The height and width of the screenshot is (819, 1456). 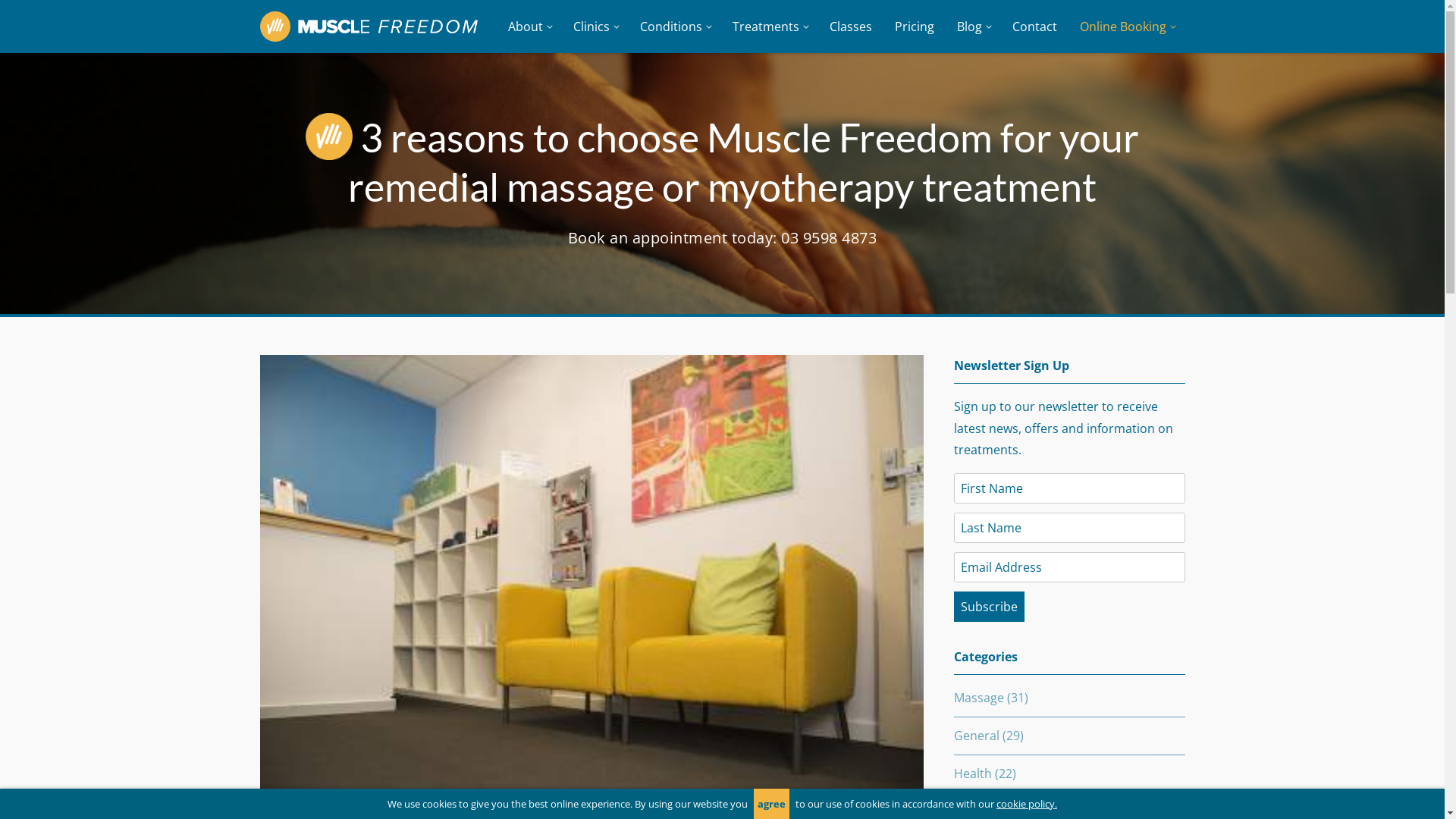 I want to click on '03 9598 4873', so click(x=828, y=237).